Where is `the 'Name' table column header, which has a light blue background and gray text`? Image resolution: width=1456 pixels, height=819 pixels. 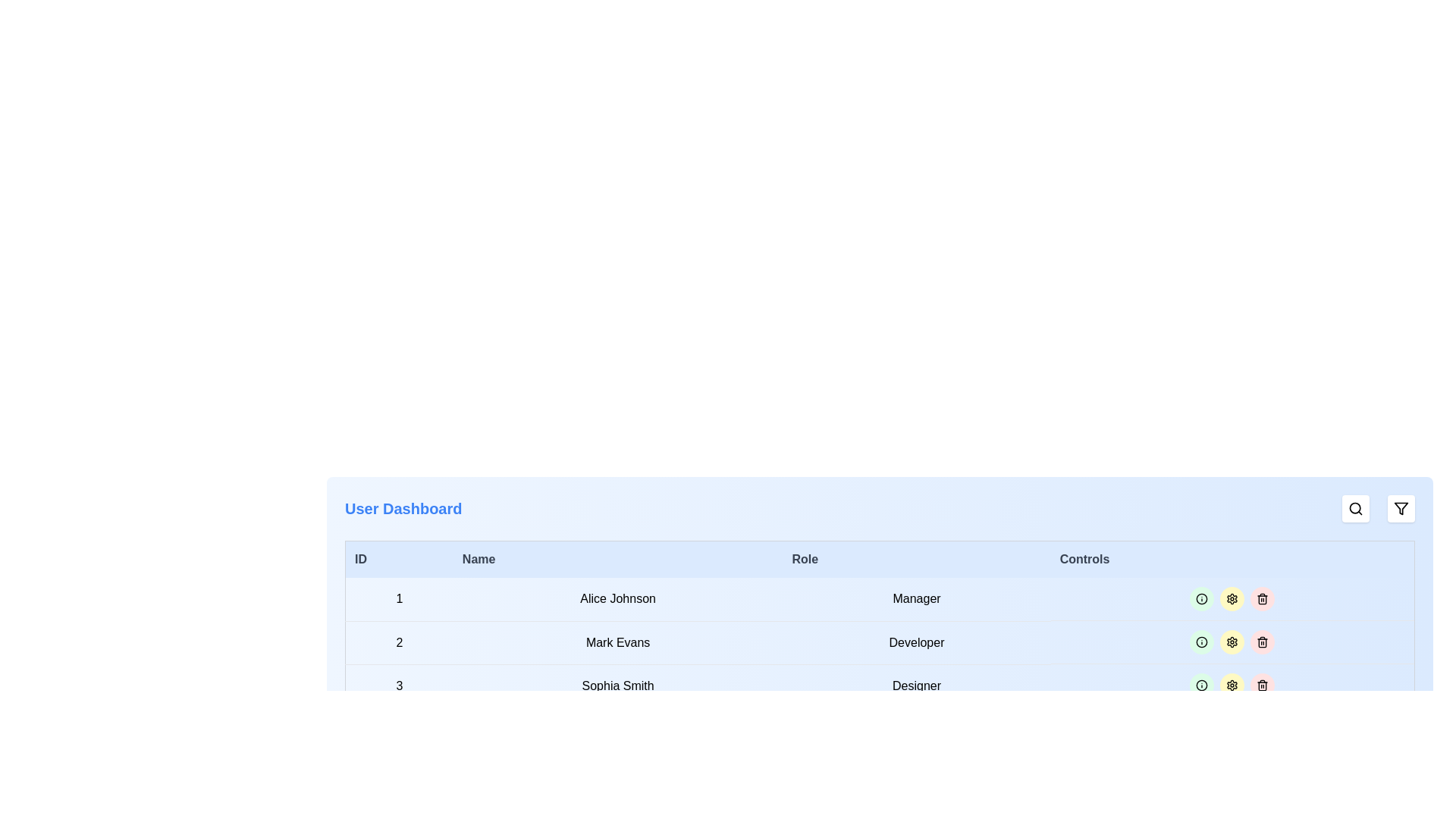
the 'Name' table column header, which has a light blue background and gray text is located at coordinates (618, 559).